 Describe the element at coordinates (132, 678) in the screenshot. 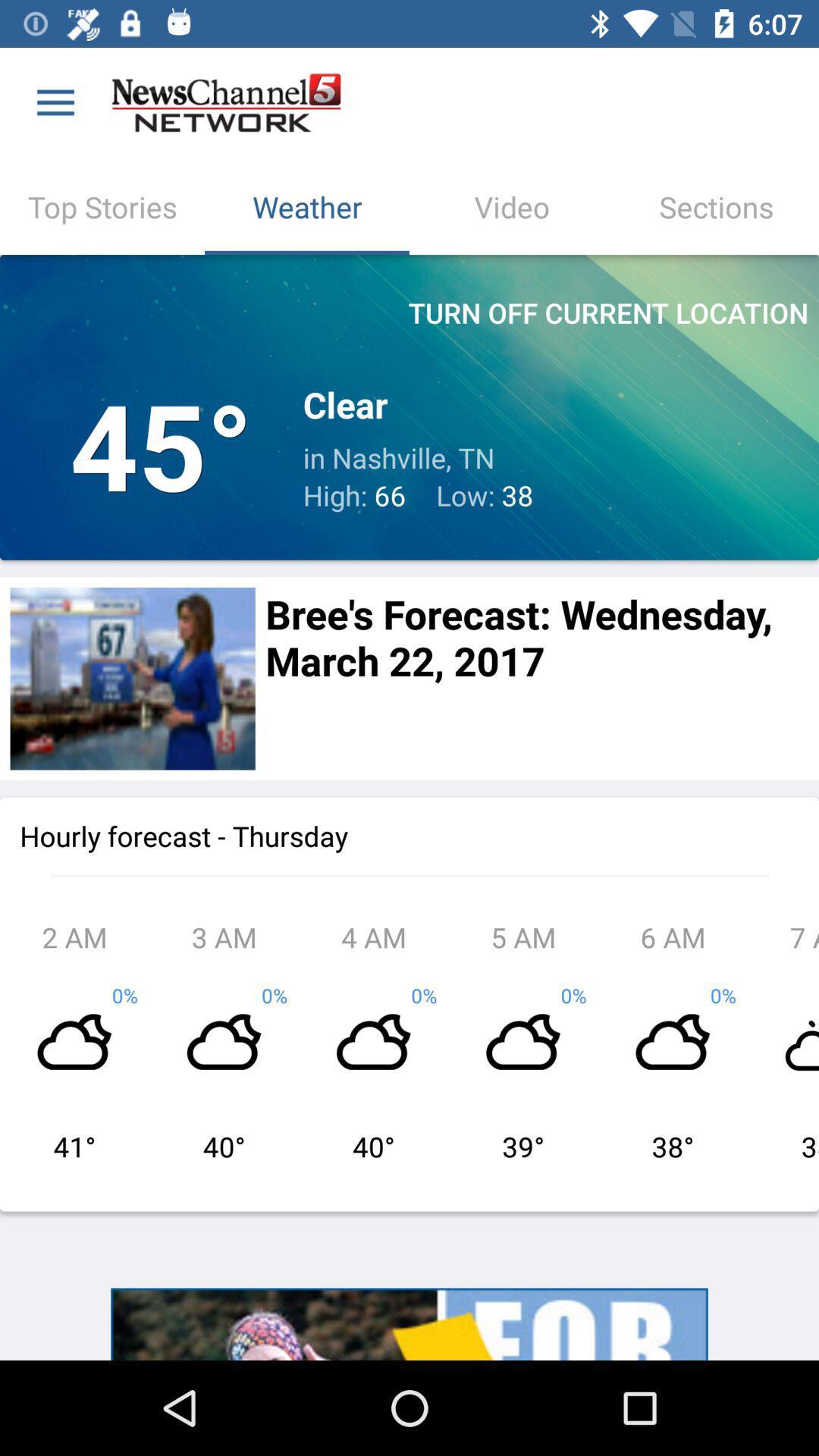

I see `image screen` at that location.